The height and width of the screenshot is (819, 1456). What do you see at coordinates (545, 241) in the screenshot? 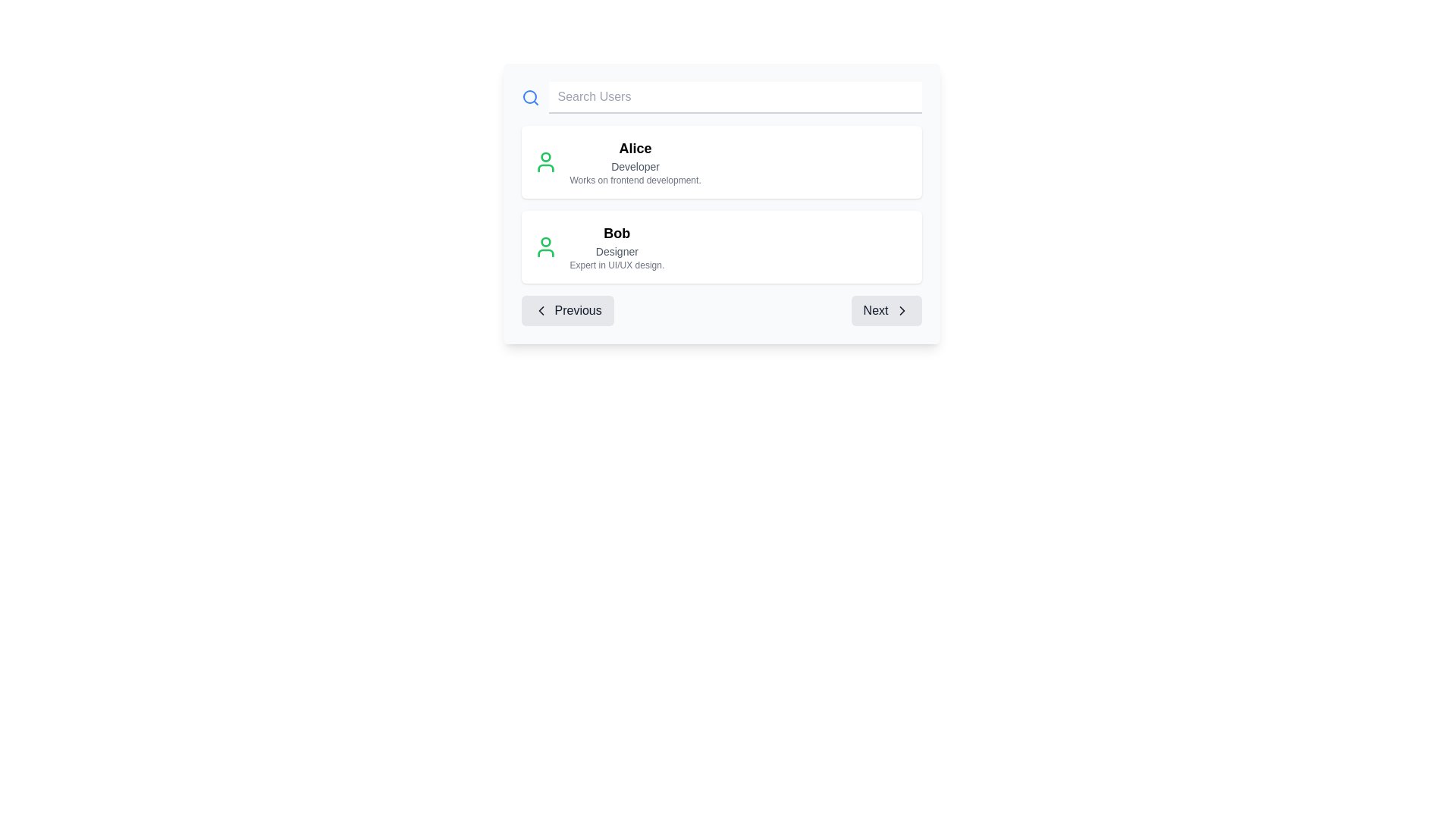
I see `the SVG circle that represents the user's head icon in the user list, located to the left of the user's name and role details` at bounding box center [545, 241].